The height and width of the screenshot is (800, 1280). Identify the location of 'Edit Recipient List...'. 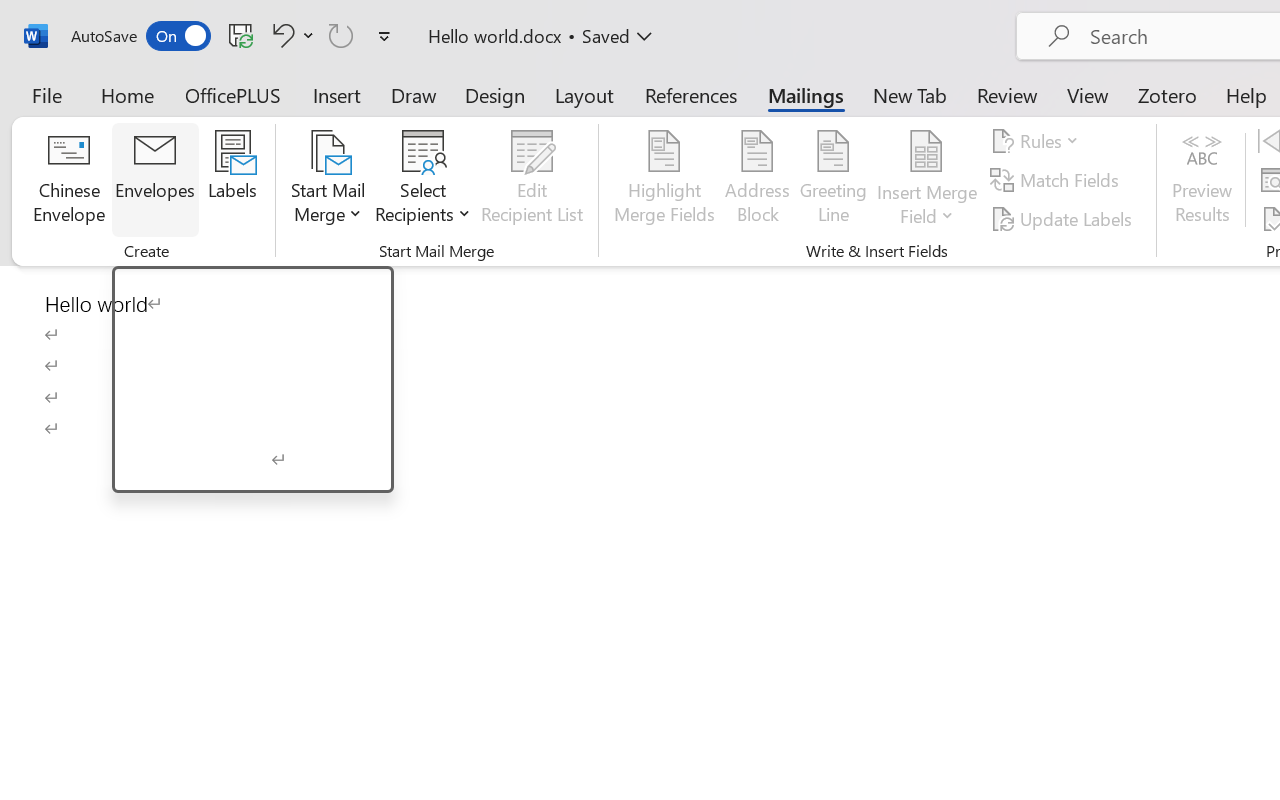
(532, 179).